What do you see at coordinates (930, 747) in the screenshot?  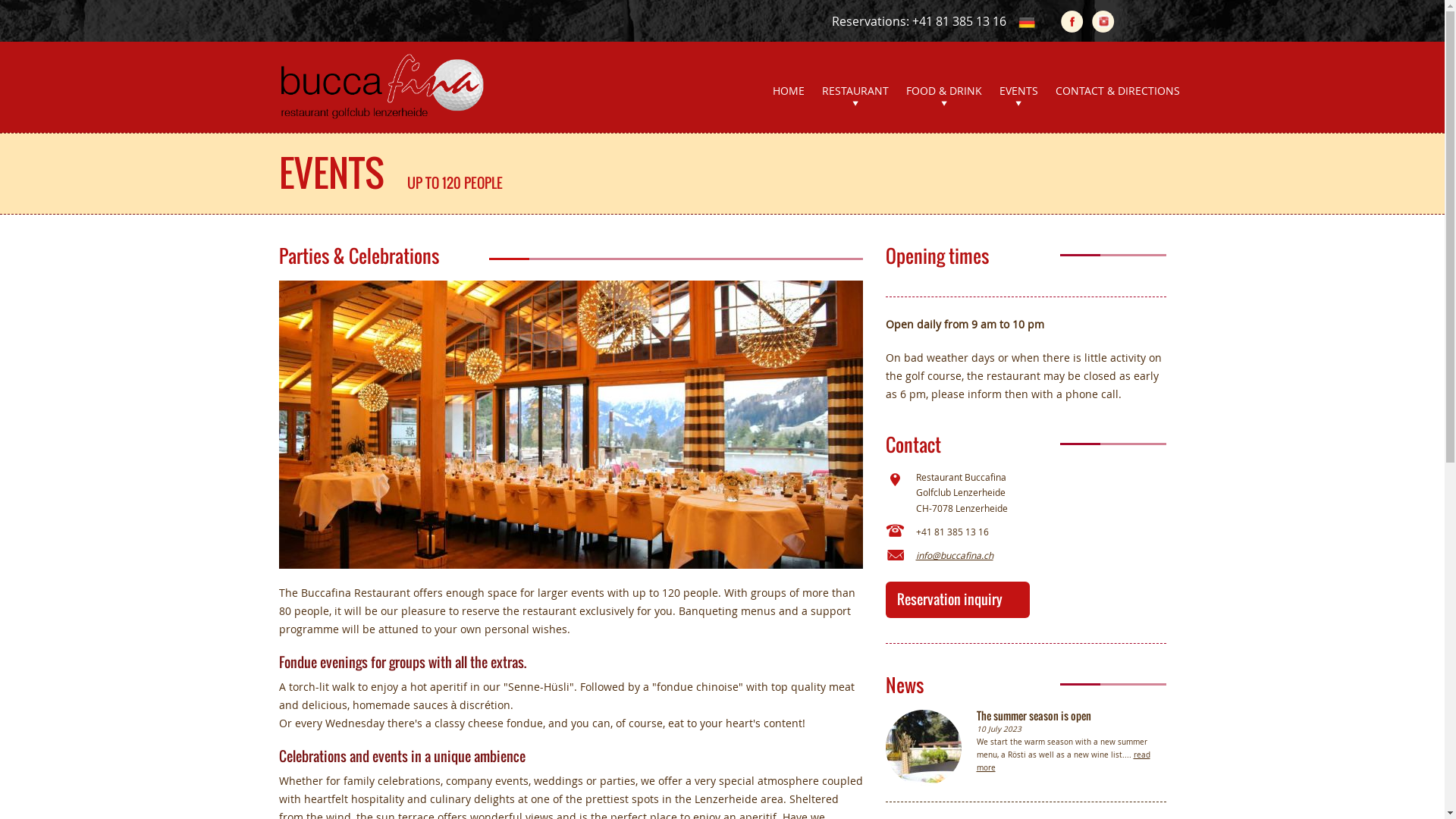 I see `'The summer season is open'` at bounding box center [930, 747].